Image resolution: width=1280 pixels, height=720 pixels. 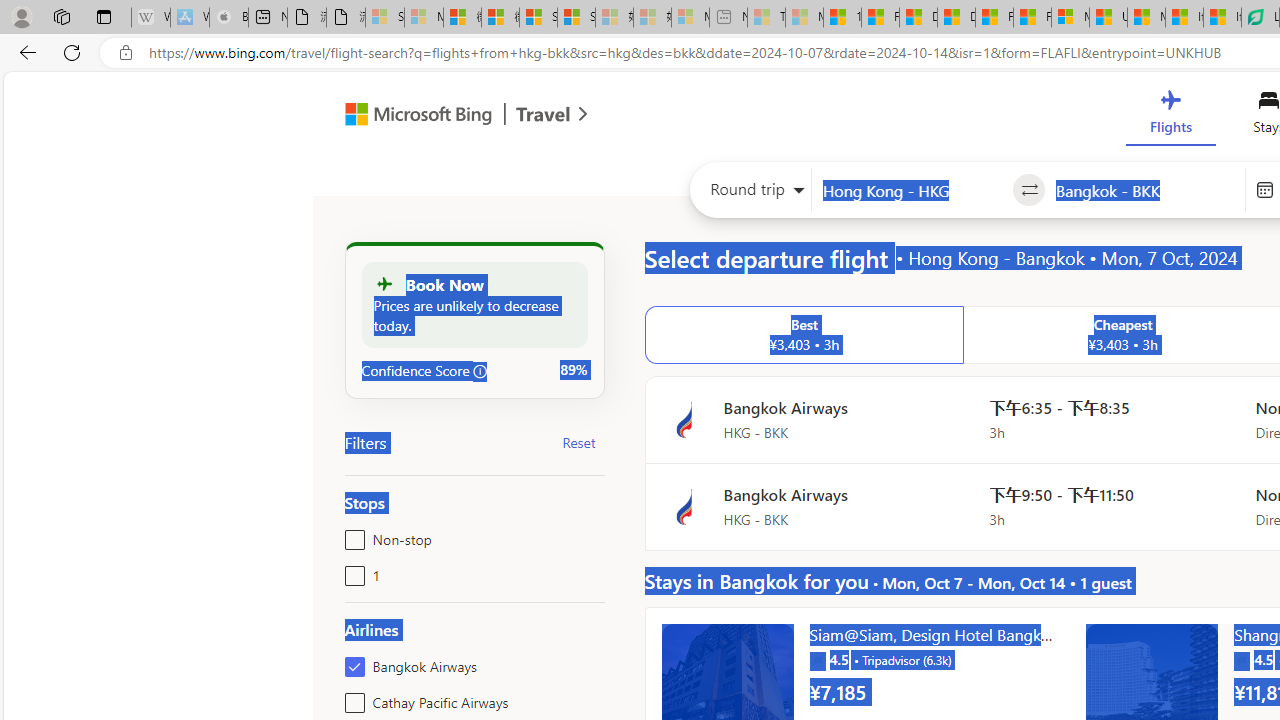 What do you see at coordinates (911, 190) in the screenshot?
I see `'Leaving from?'` at bounding box center [911, 190].